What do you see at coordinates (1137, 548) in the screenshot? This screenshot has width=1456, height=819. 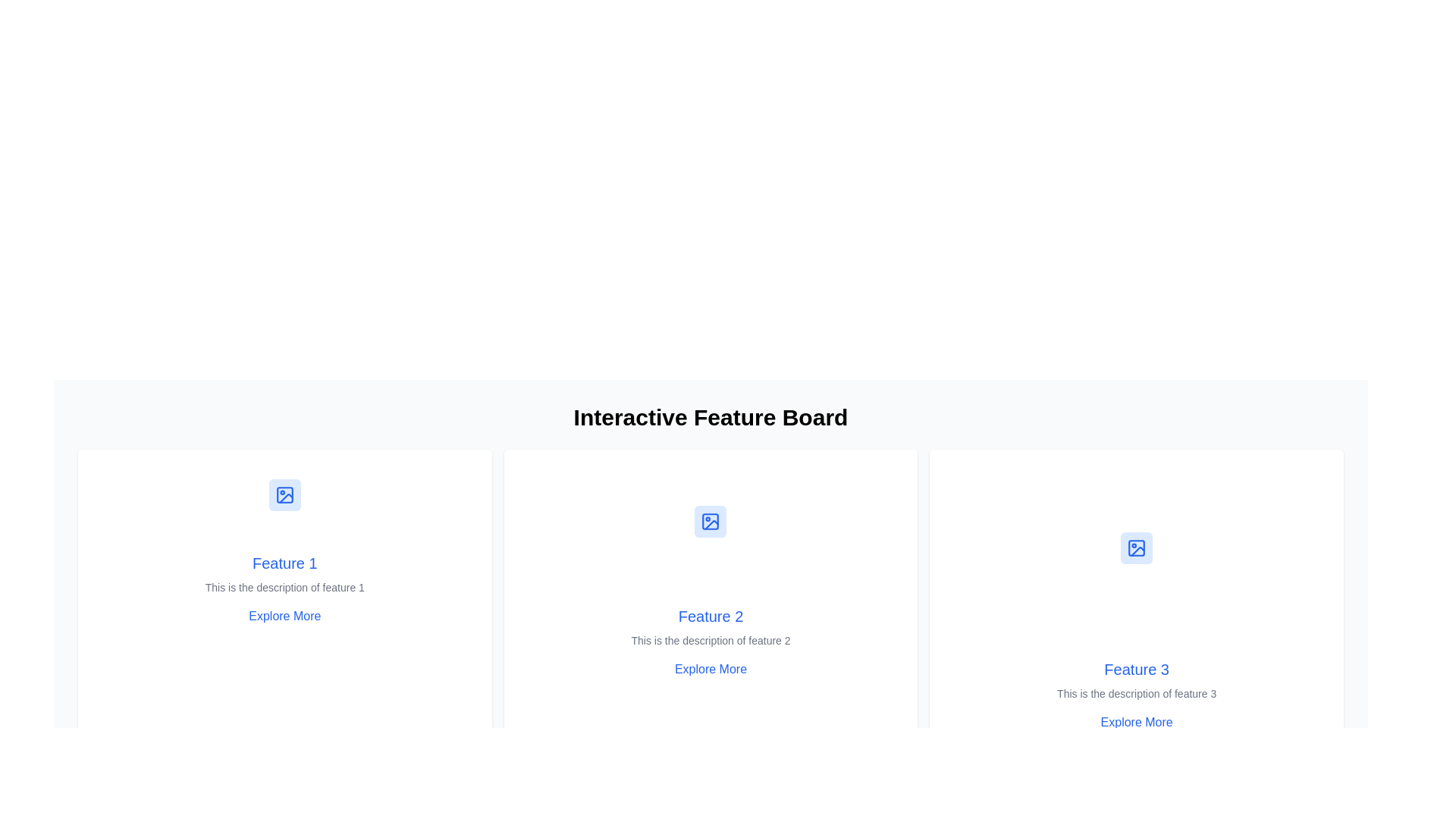 I see `the Placeholder Icon located in the third feature card under 'Interactive Feature Board', positioned above the 'Feature 3' title` at bounding box center [1137, 548].